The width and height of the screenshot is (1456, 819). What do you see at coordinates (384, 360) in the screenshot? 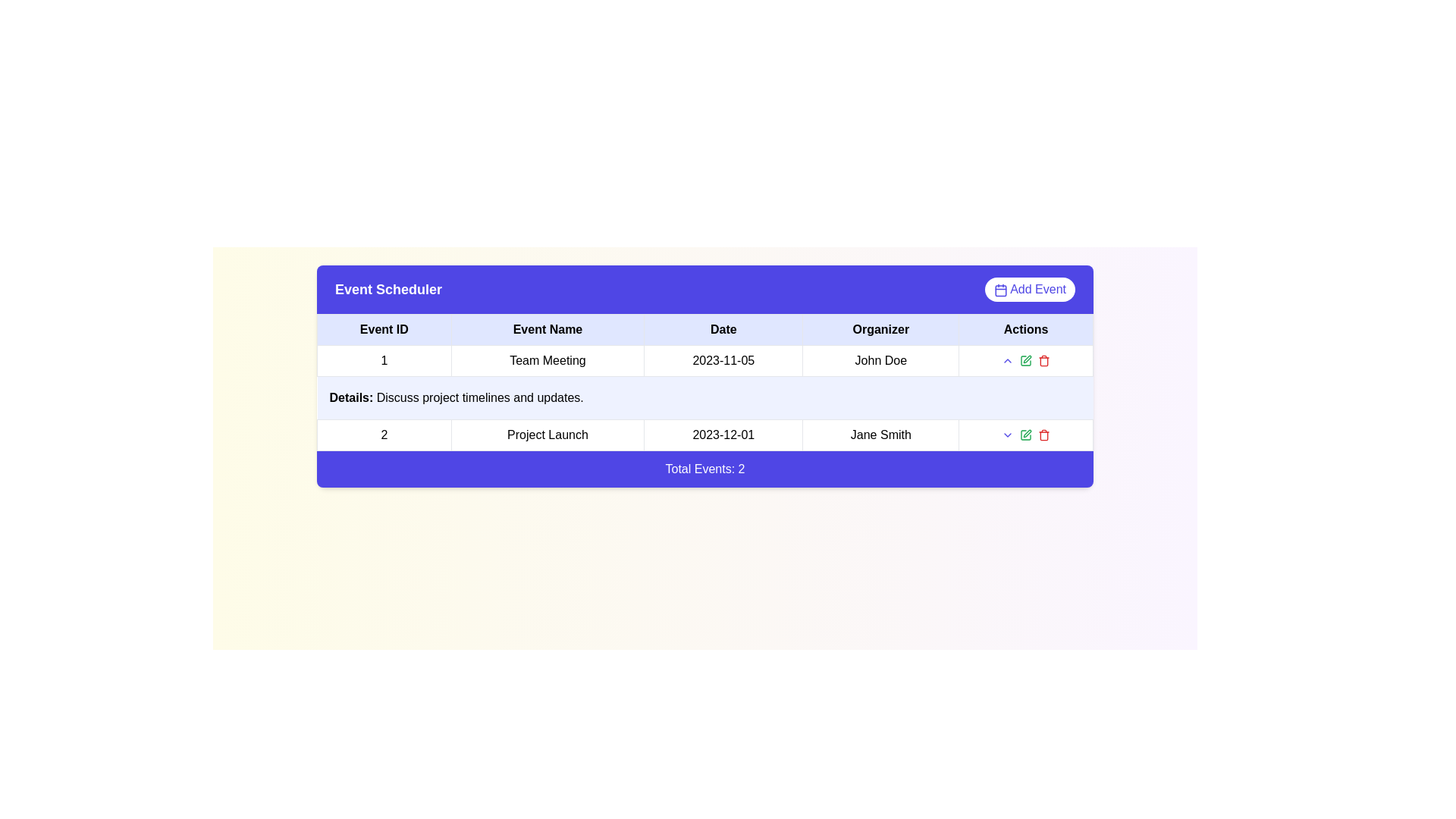
I see `the Plain text element displaying the number '1'` at bounding box center [384, 360].